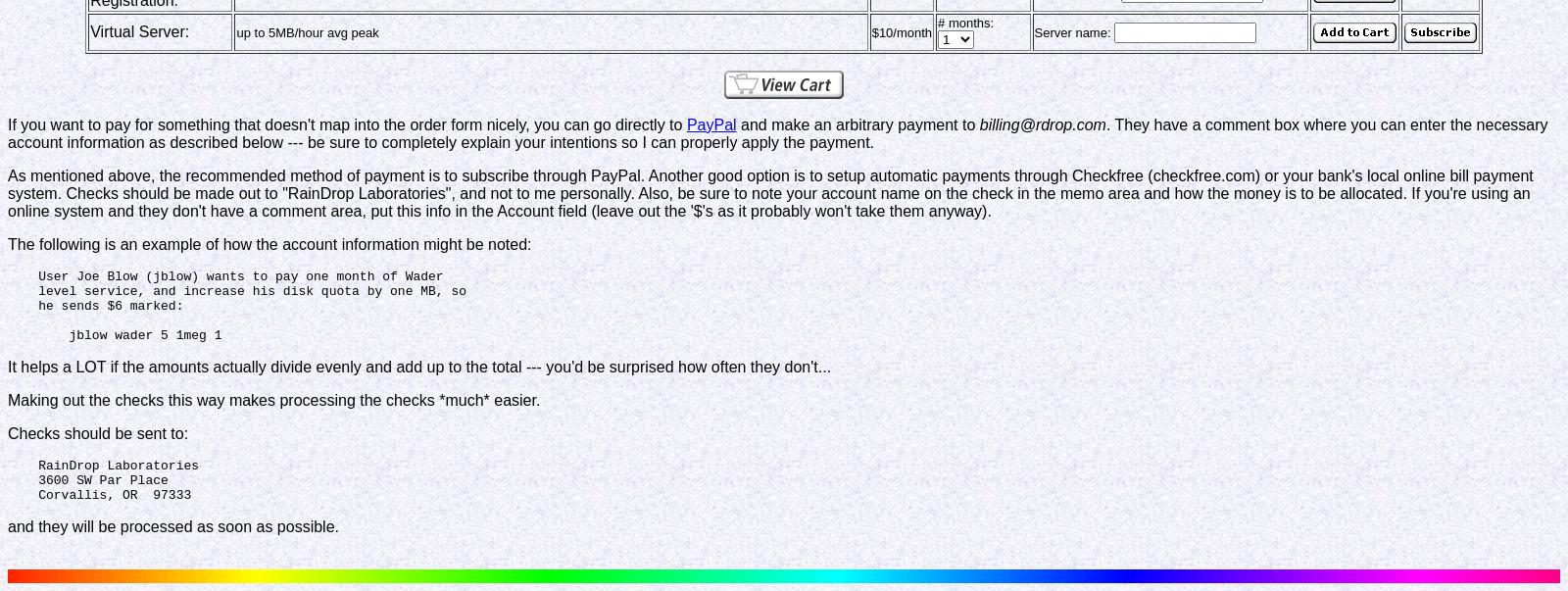 The height and width of the screenshot is (591, 1568). What do you see at coordinates (97, 432) in the screenshot?
I see `'Checks should be sent to:'` at bounding box center [97, 432].